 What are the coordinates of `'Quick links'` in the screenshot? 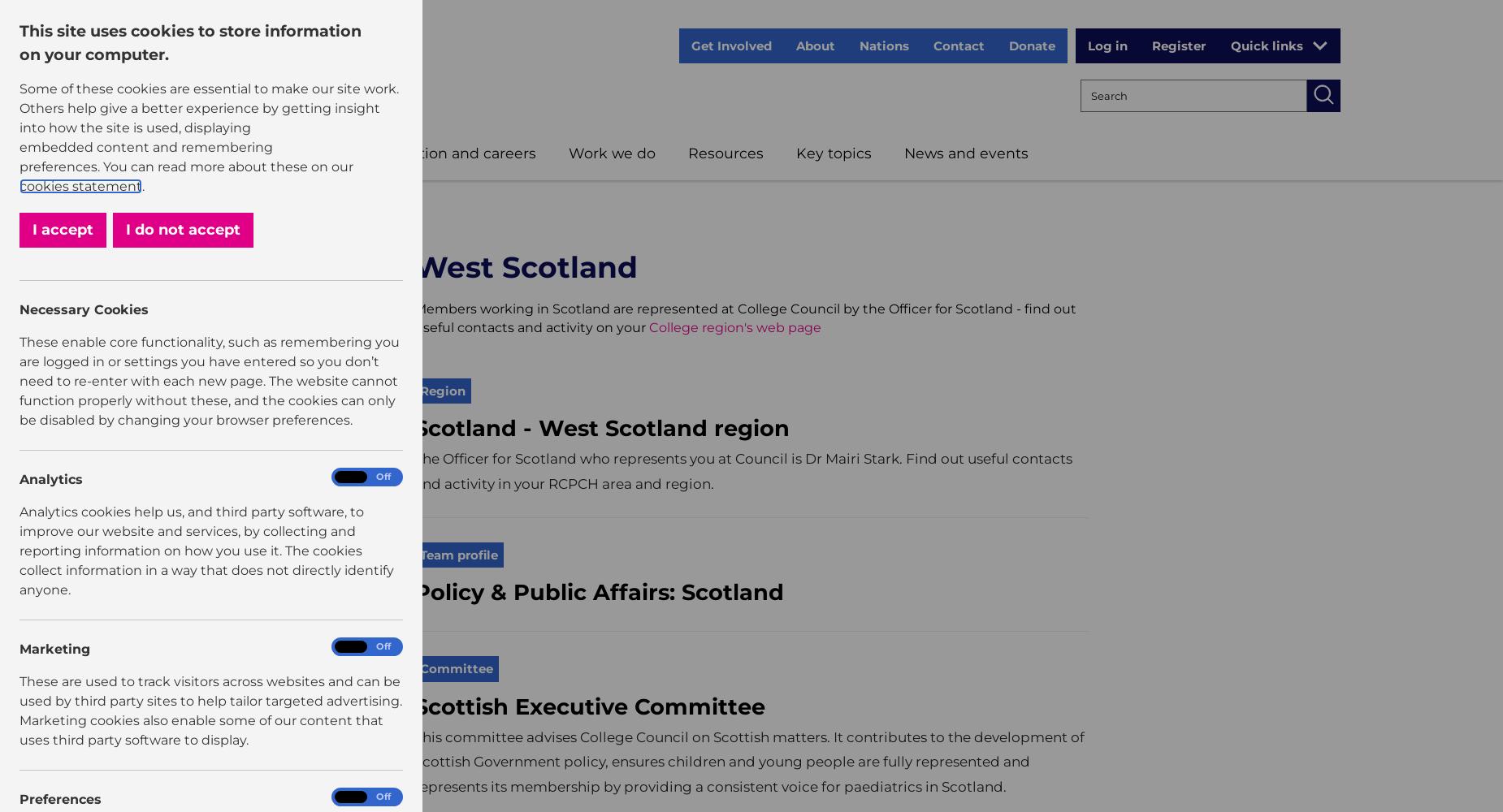 It's located at (1230, 45).